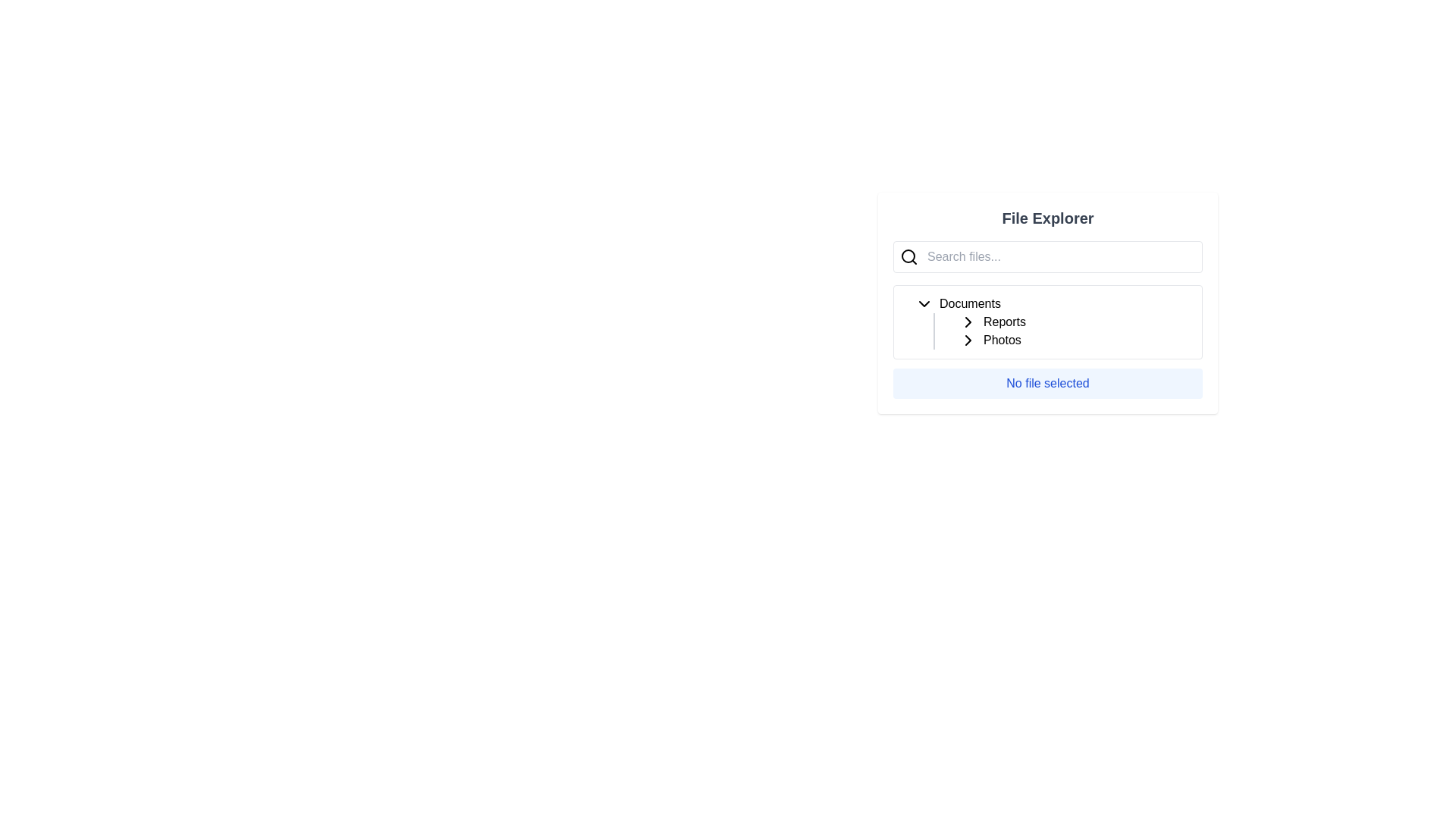 Image resolution: width=1456 pixels, height=819 pixels. What do you see at coordinates (924, 304) in the screenshot?
I see `the toggle Icon button located to the immediate left of the 'Documents' text label` at bounding box center [924, 304].